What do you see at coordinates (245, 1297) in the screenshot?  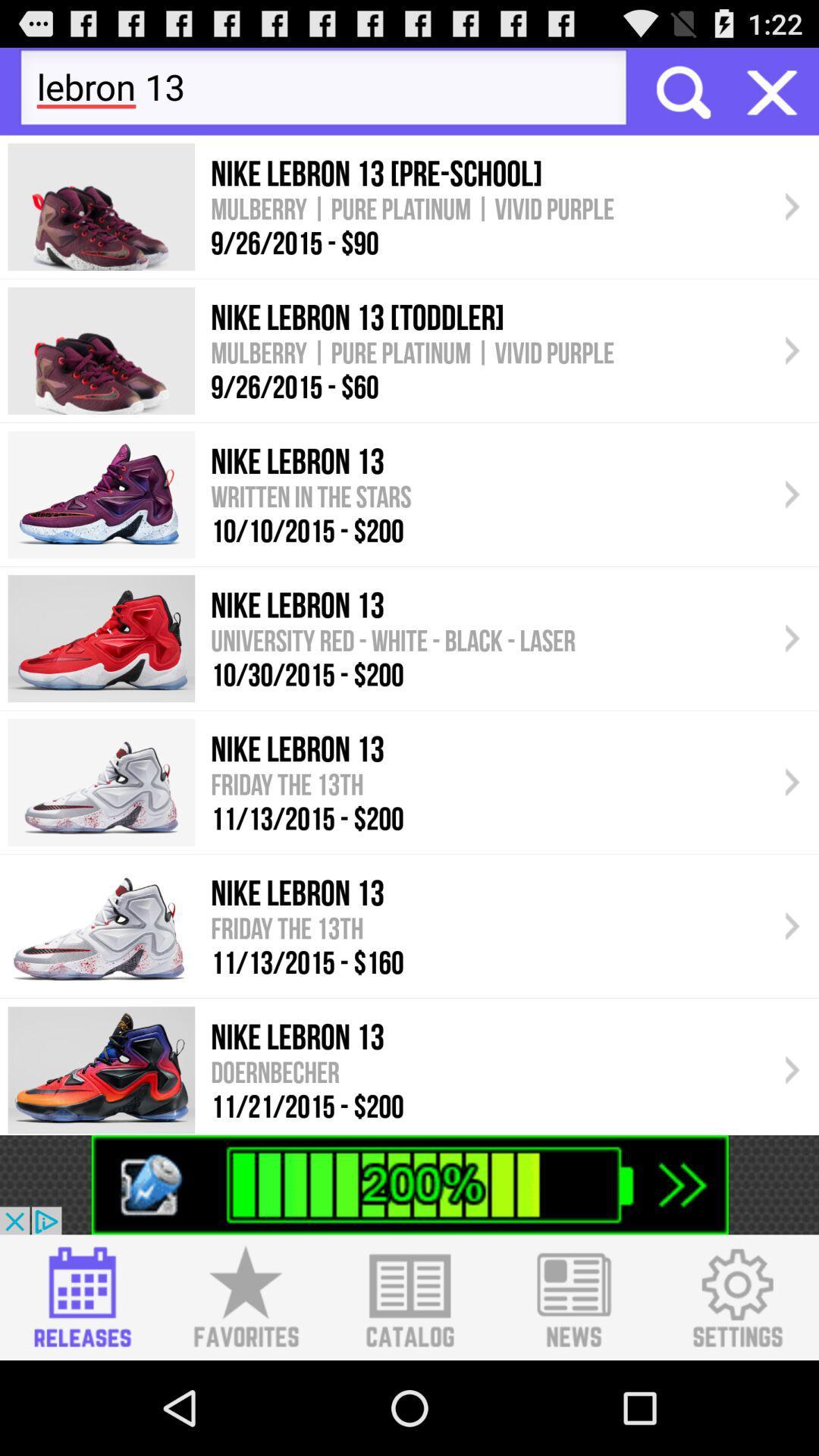 I see `favorites select option` at bounding box center [245, 1297].